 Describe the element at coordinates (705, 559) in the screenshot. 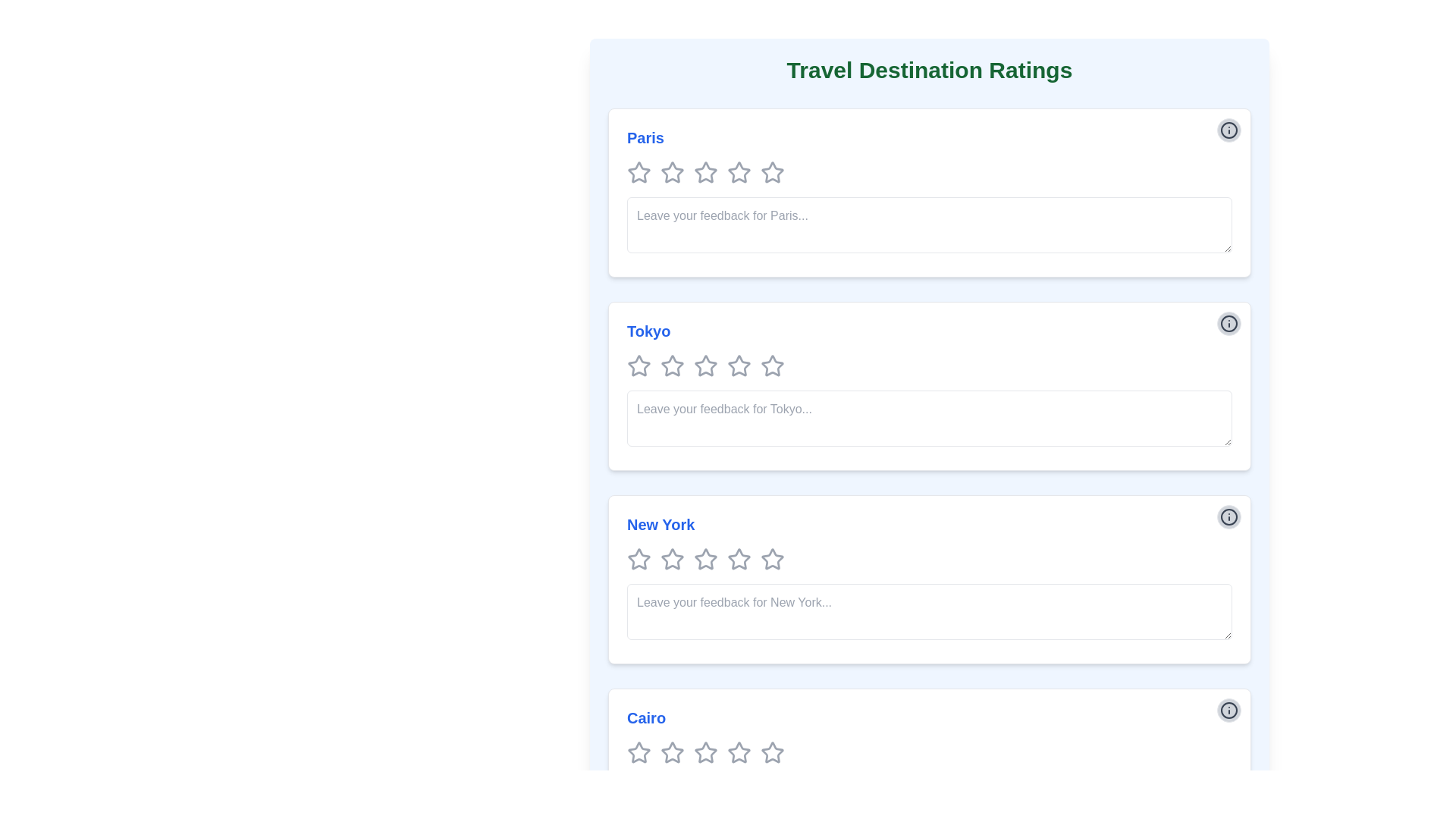

I see `the fourth star-shaped rating icon in gray, located` at that location.